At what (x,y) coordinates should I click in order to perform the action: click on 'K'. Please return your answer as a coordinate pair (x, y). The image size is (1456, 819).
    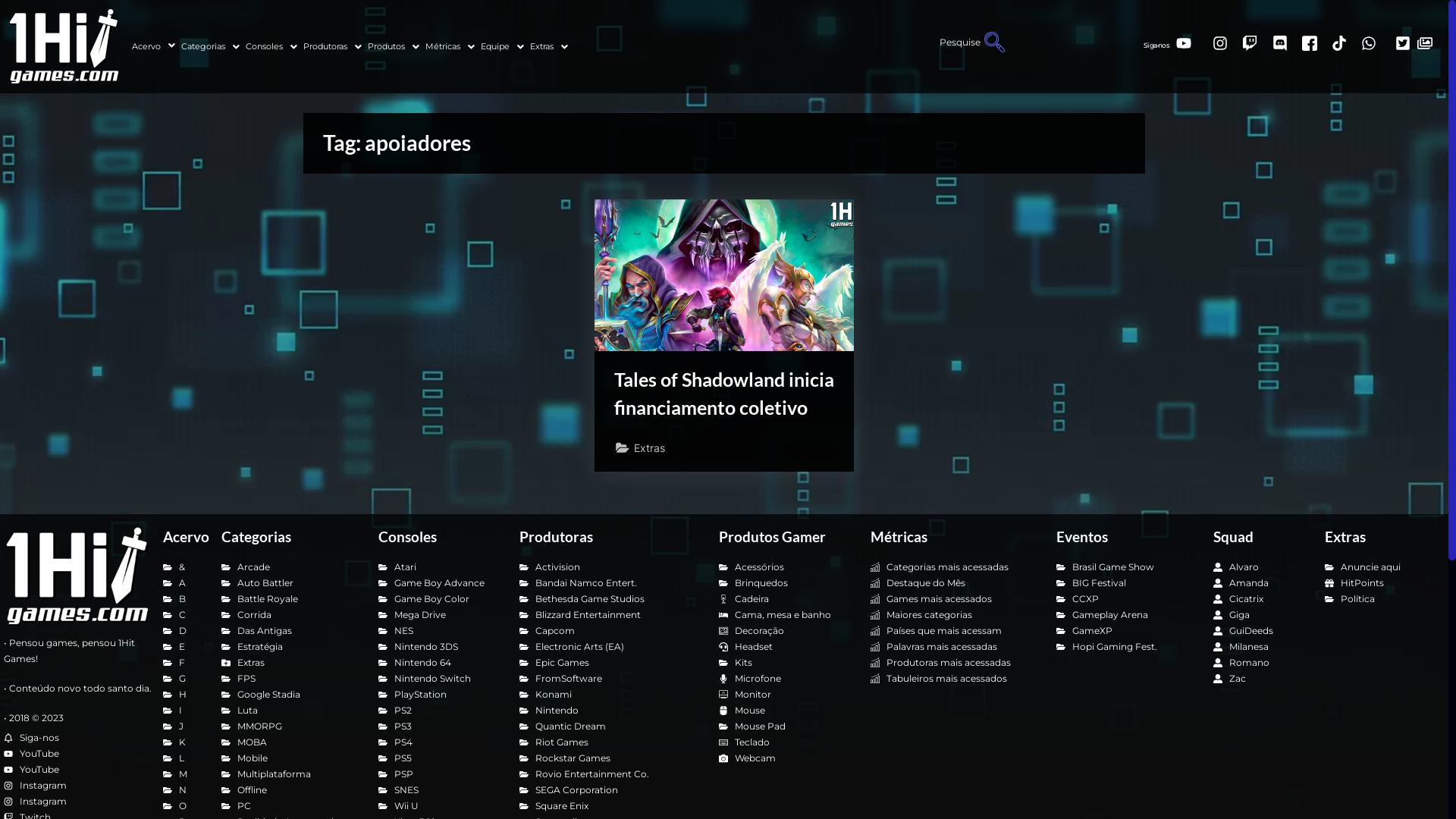
    Looking at the image, I should click on (184, 741).